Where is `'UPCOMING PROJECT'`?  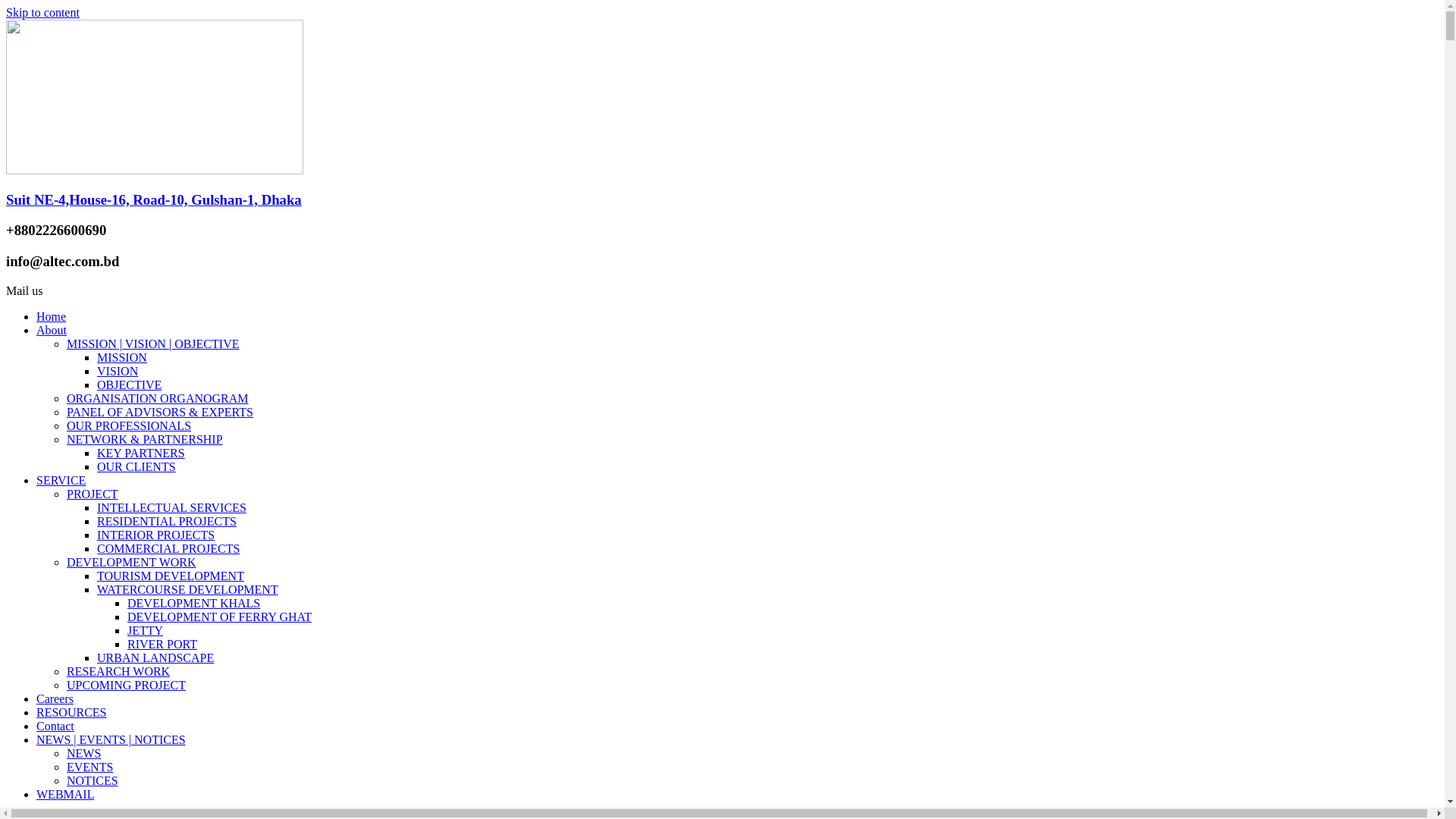
'UPCOMING PROJECT' is located at coordinates (65, 685).